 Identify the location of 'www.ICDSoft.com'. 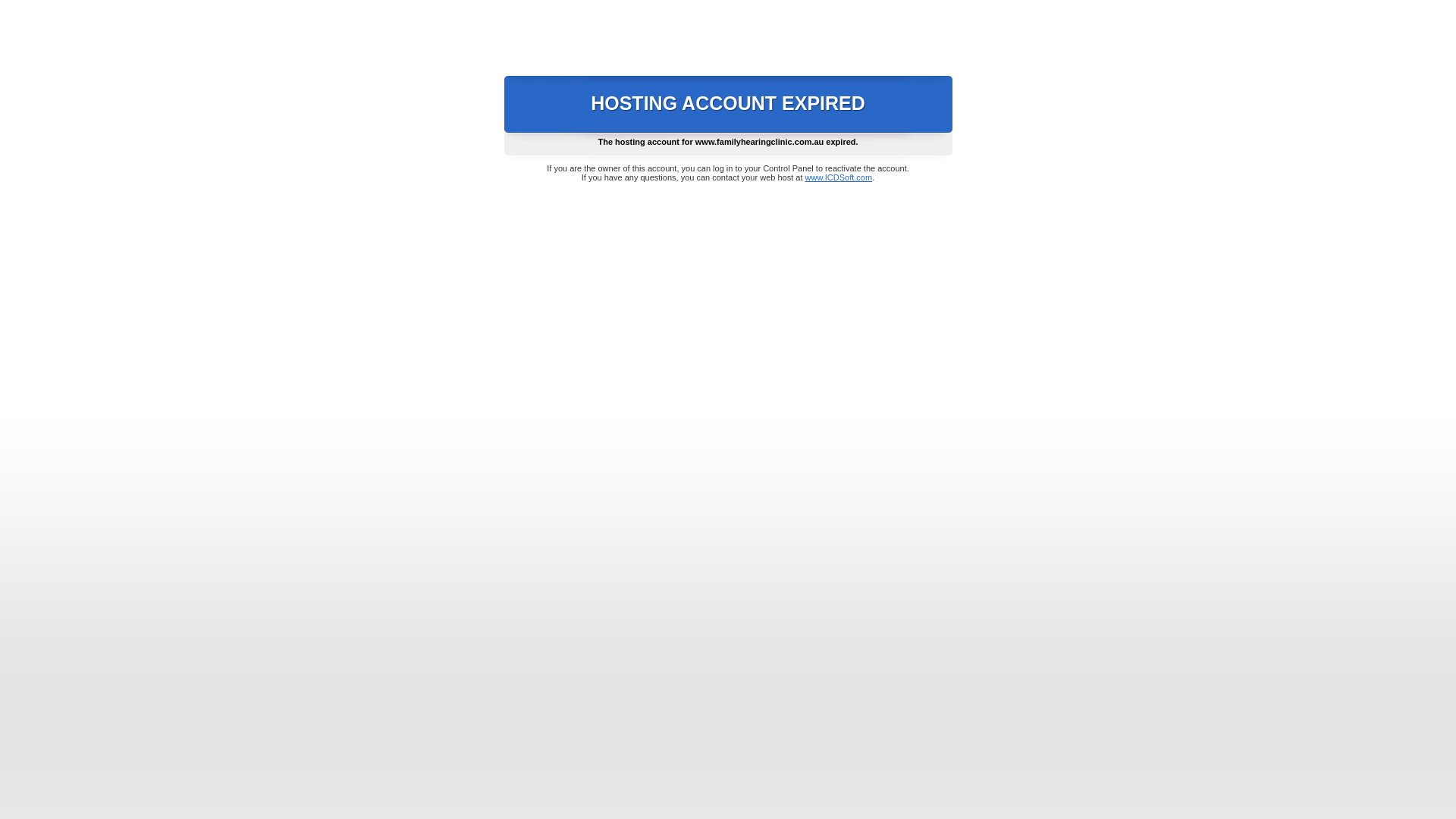
(838, 177).